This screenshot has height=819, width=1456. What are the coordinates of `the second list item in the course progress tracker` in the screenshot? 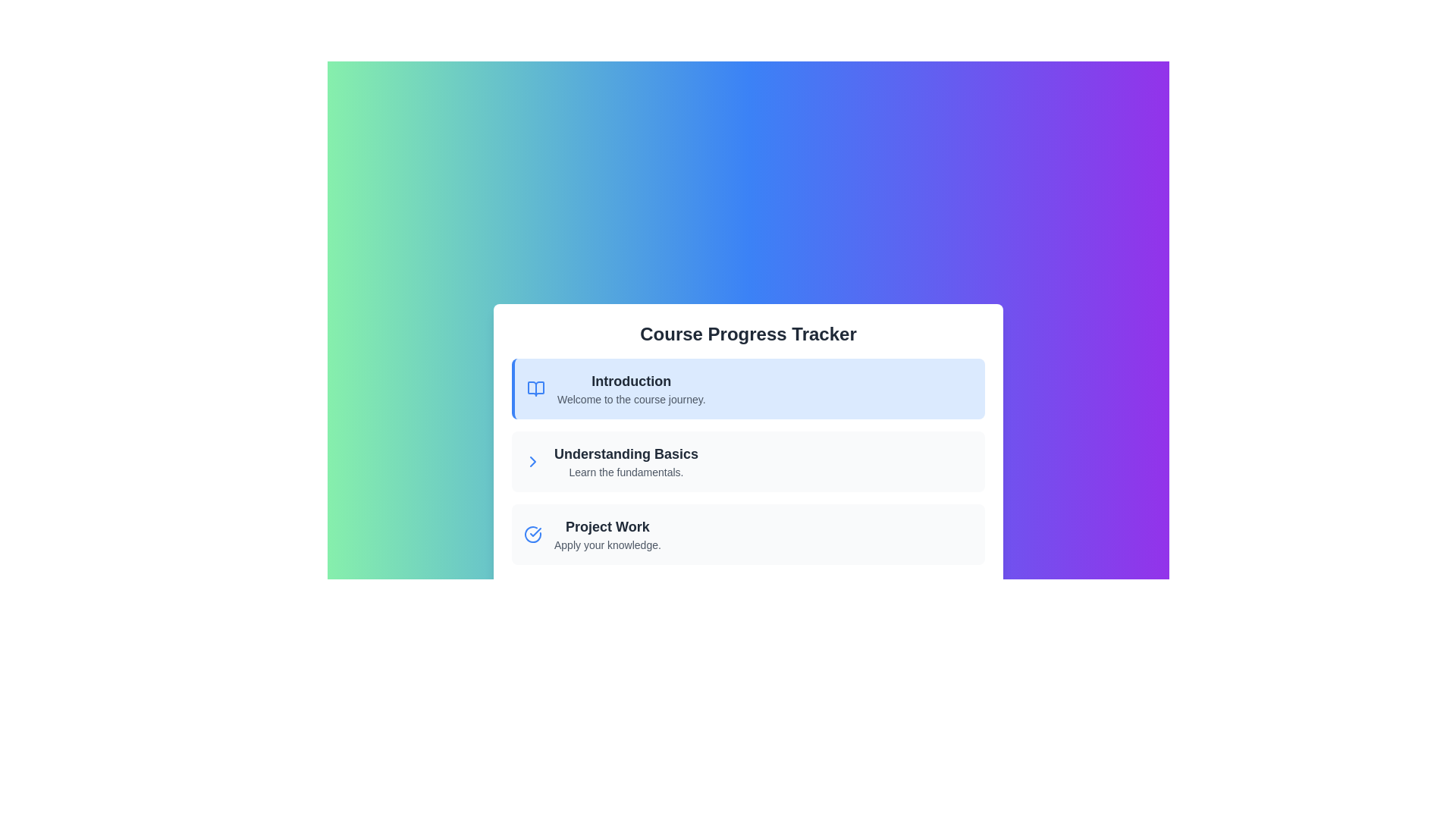 It's located at (748, 461).